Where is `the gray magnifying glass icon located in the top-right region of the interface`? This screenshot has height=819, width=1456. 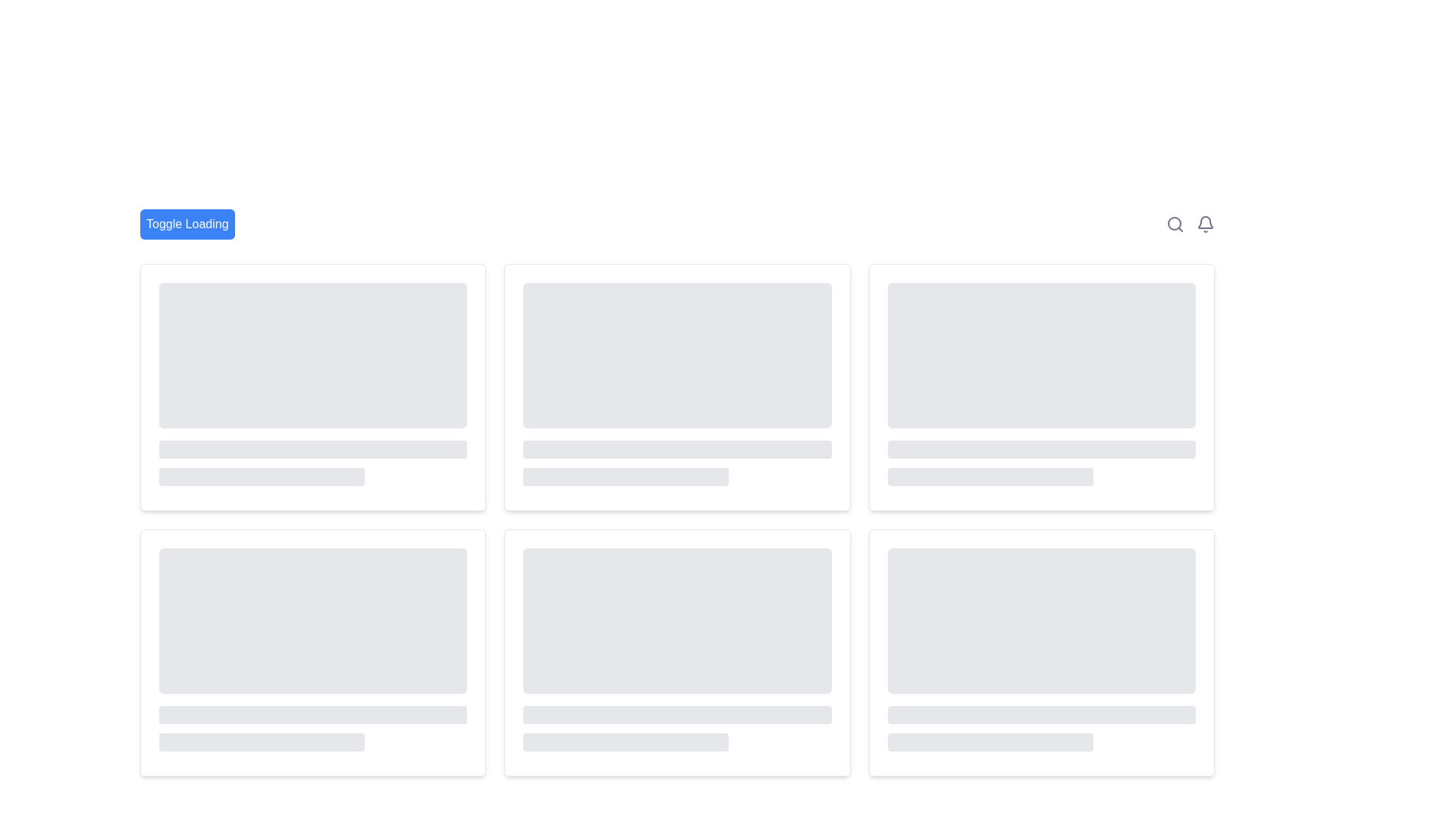 the gray magnifying glass icon located in the top-right region of the interface is located at coordinates (1175, 224).